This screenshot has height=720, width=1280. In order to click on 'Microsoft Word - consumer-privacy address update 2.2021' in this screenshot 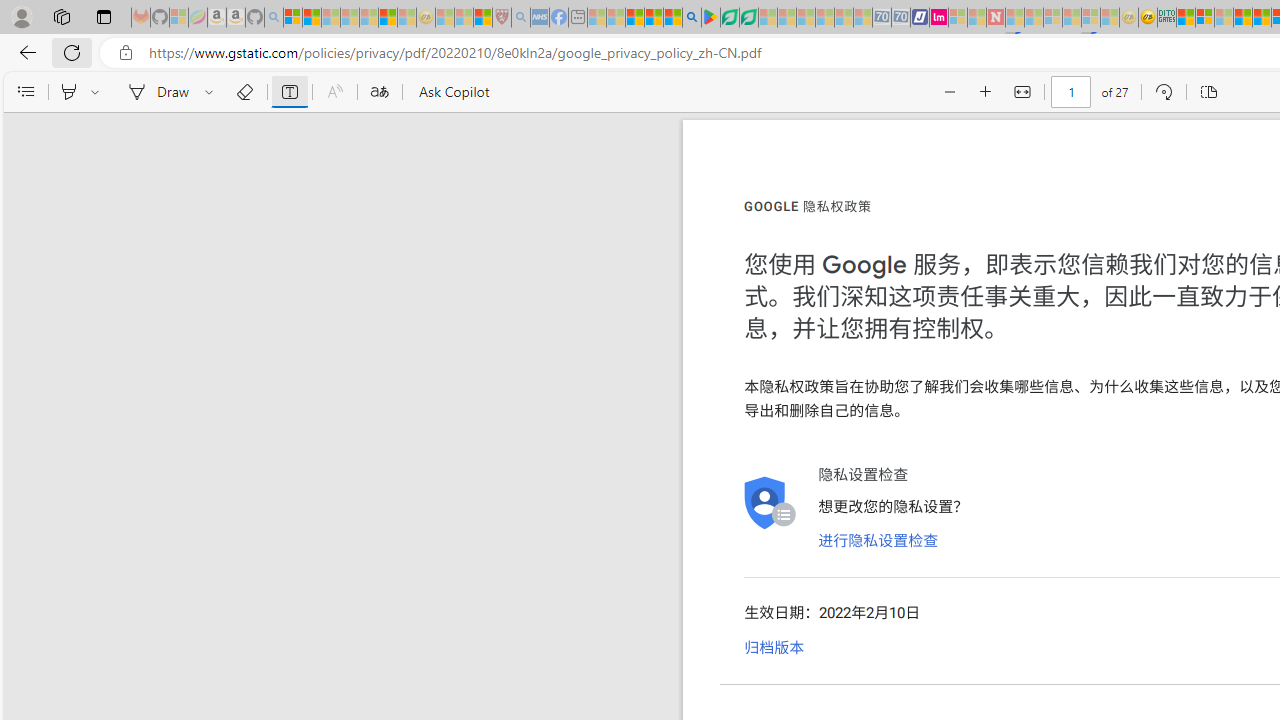, I will do `click(747, 17)`.